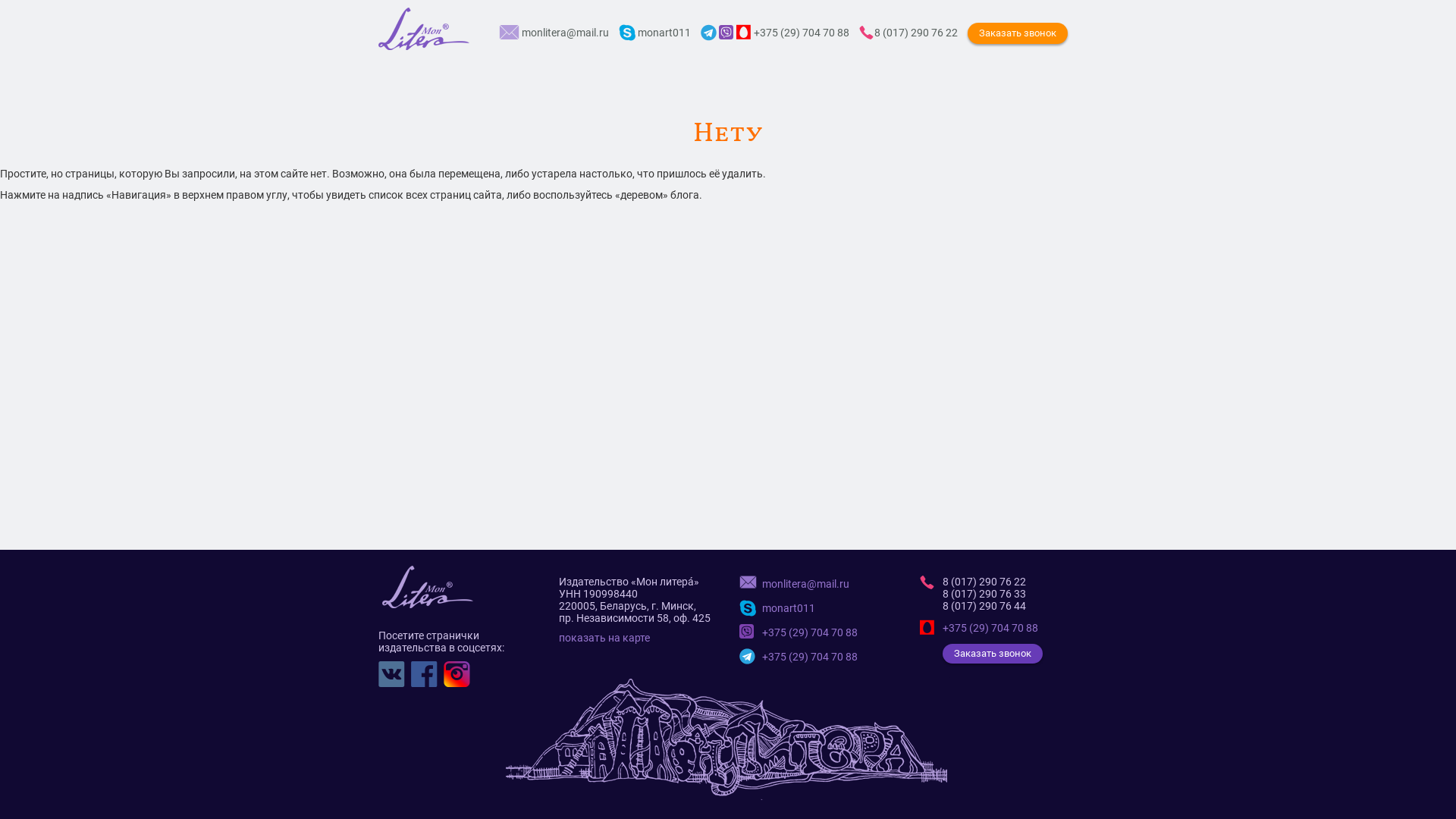  I want to click on '+375 (29) 704 70 88', so click(919, 628).